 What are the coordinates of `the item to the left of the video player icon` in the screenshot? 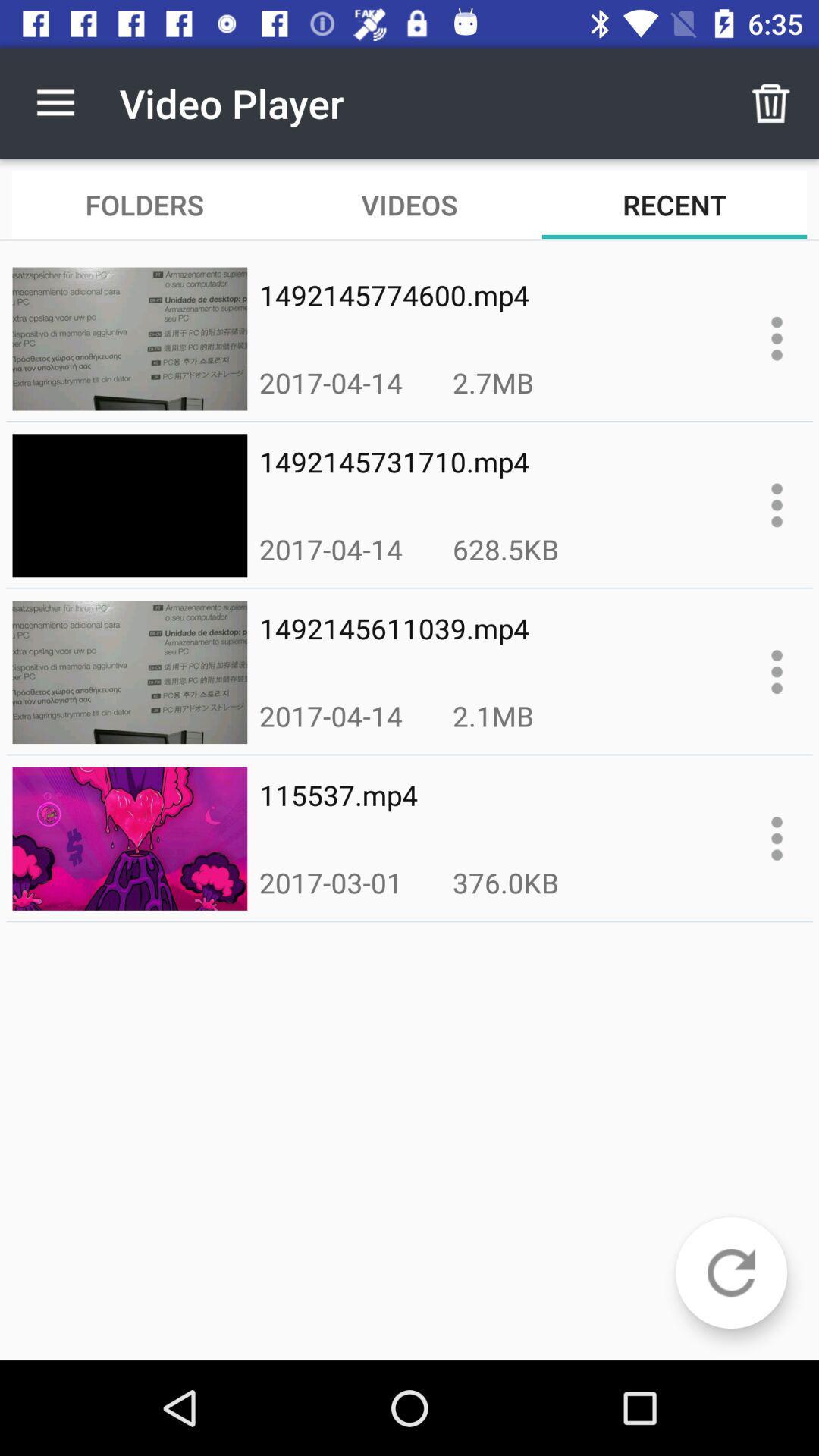 It's located at (55, 102).